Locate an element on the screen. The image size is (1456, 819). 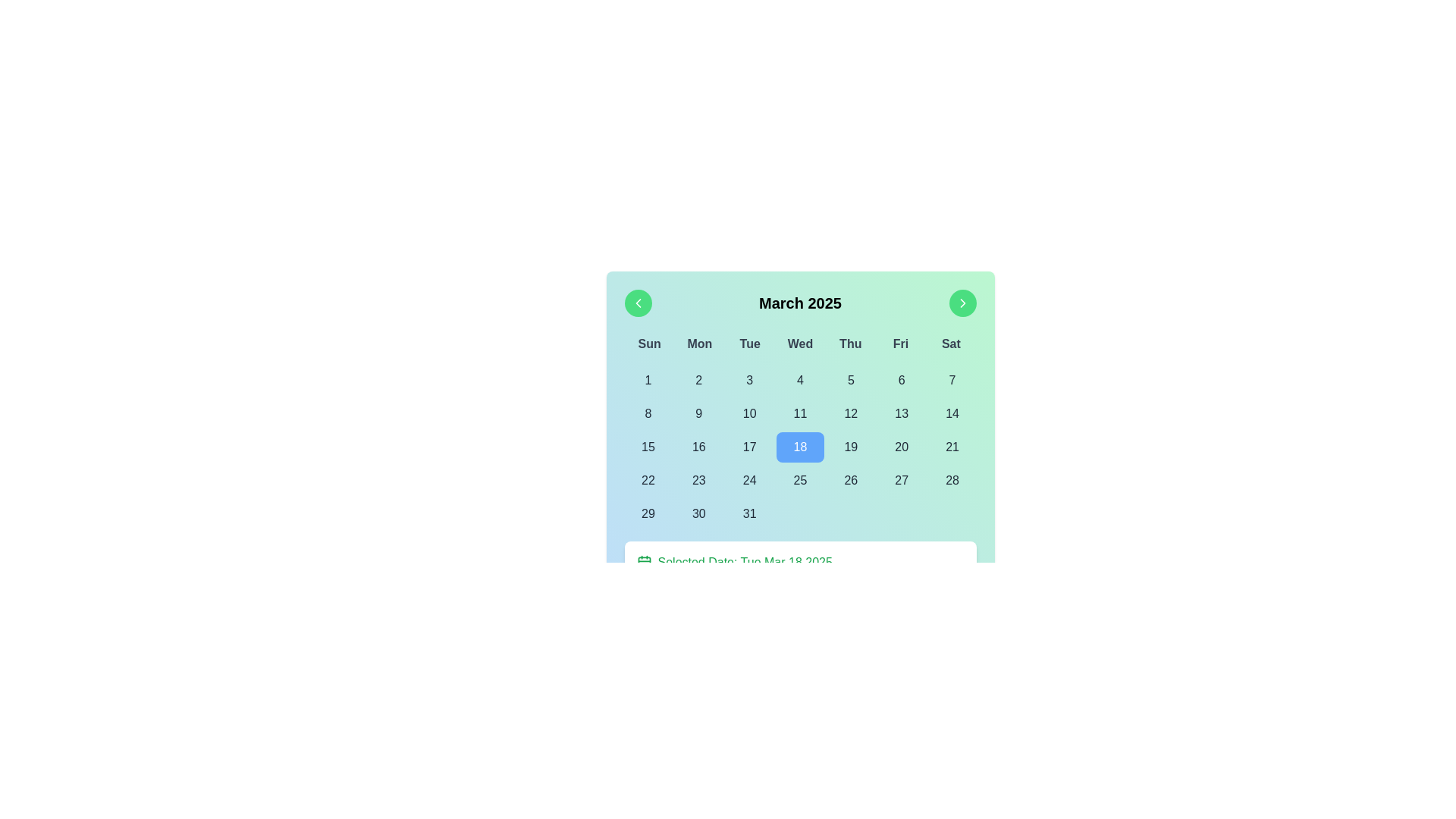
the right-pointing chevron icon inside the circular navigation button located in the top-right corner of the calendar view is located at coordinates (962, 303).